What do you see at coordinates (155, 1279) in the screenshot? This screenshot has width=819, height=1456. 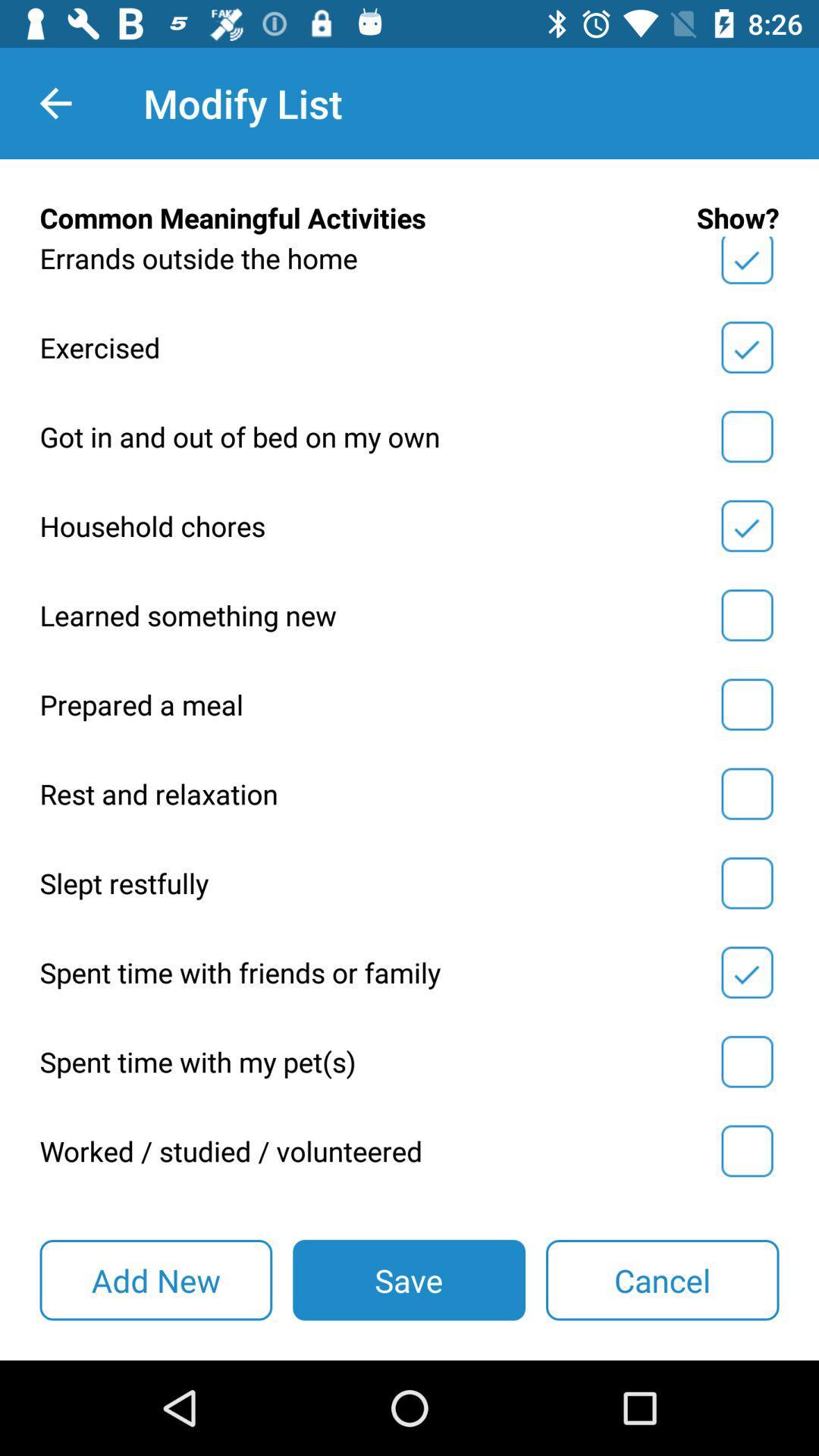 I see `the icon next to the save icon` at bounding box center [155, 1279].